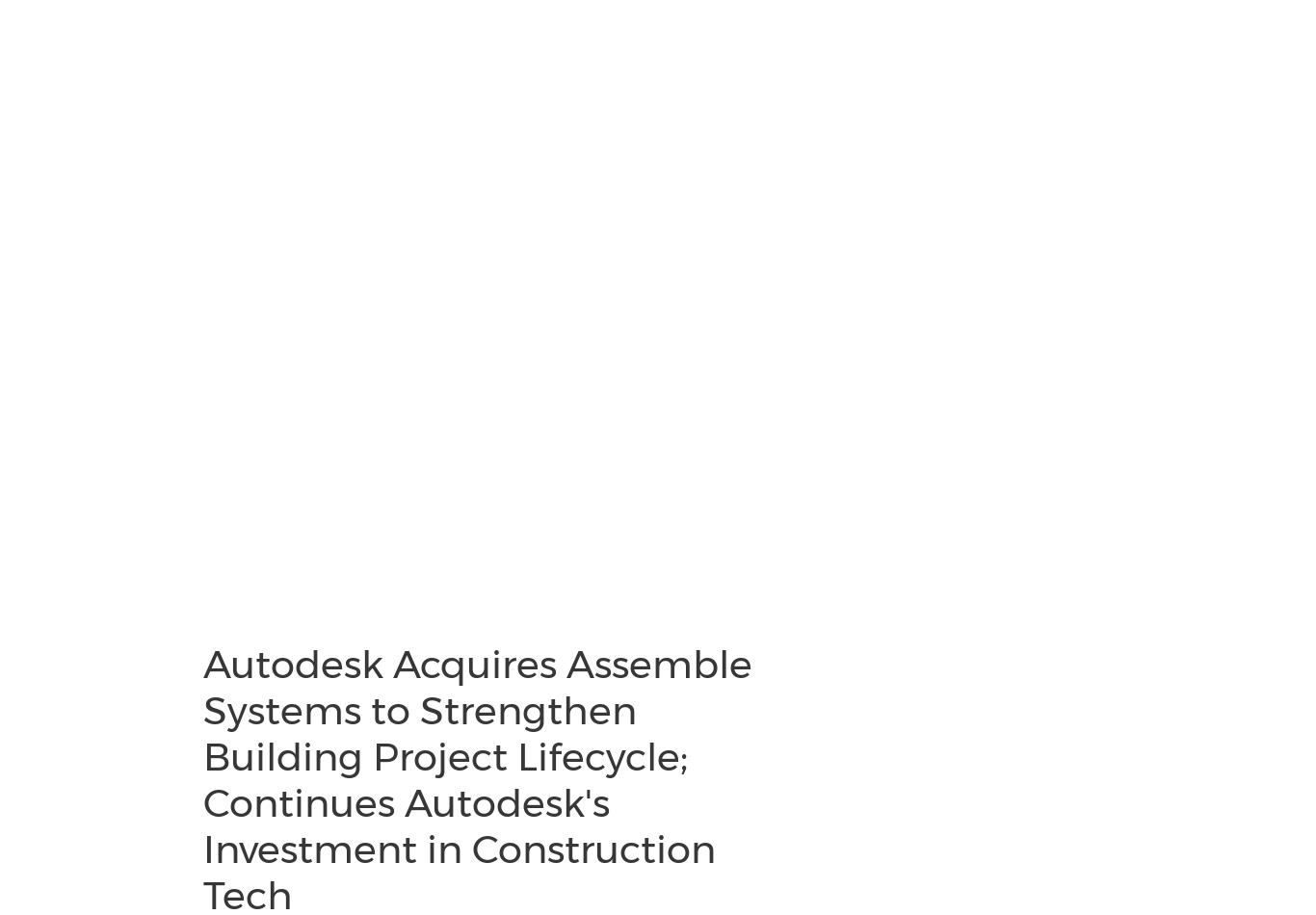  Describe the element at coordinates (39, 184) in the screenshot. I see `'All Products'` at that location.